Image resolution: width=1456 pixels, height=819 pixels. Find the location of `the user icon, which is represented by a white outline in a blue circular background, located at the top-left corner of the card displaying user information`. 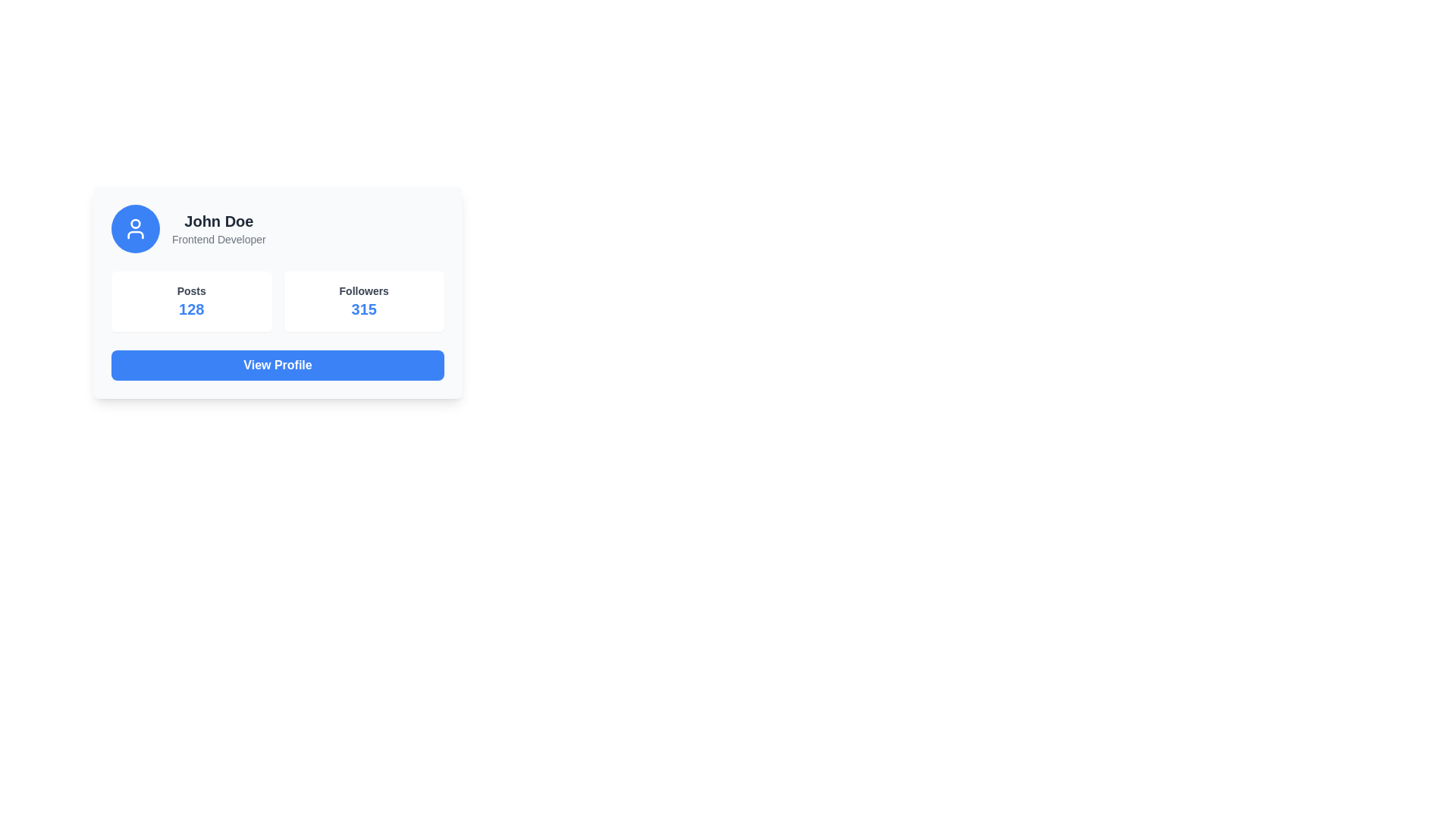

the user icon, which is represented by a white outline in a blue circular background, located at the top-left corner of the card displaying user information is located at coordinates (135, 228).